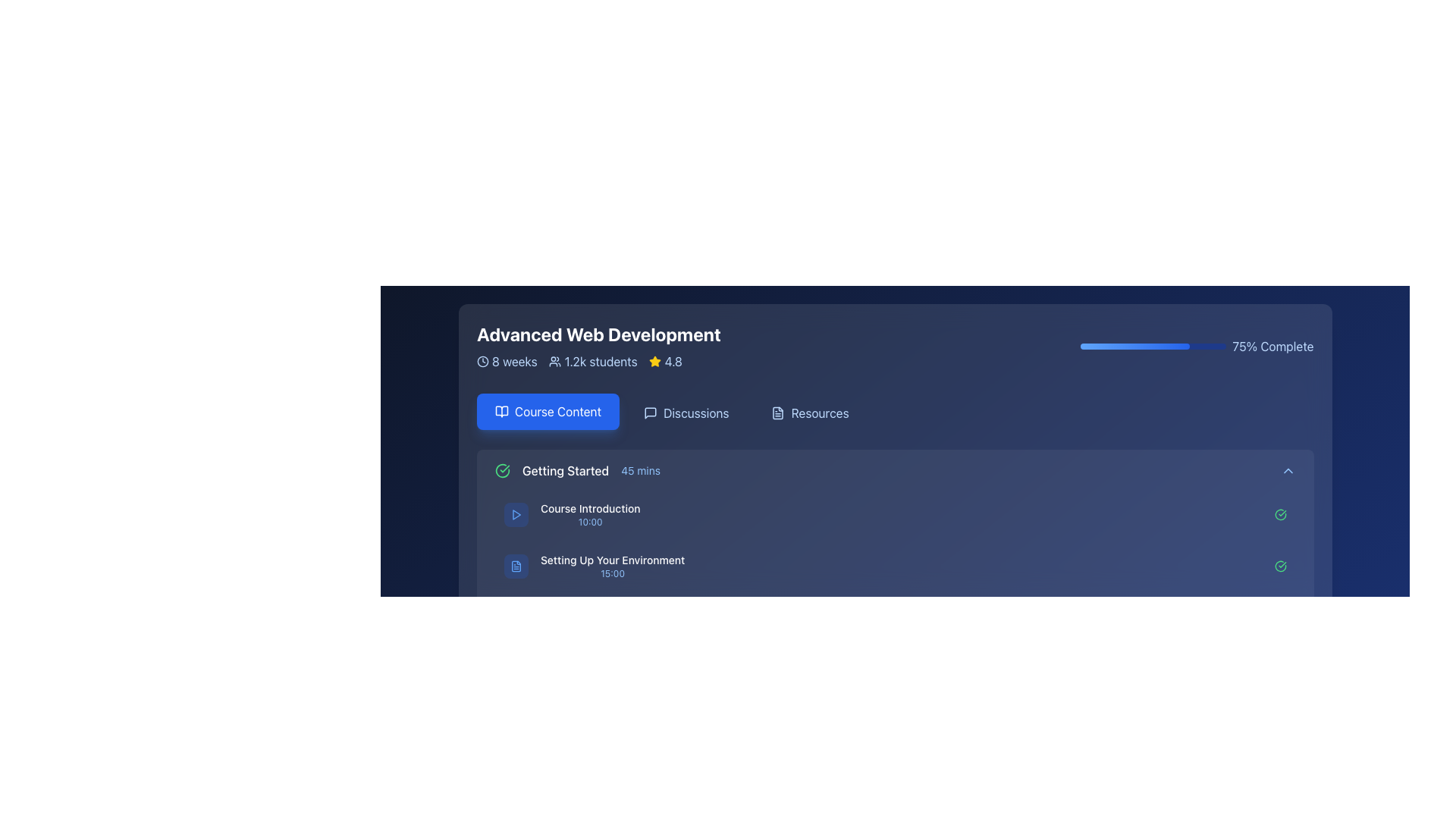 Image resolution: width=1456 pixels, height=819 pixels. I want to click on the SVG play button icon, which is a triangular shape pointing to the right with a blue color scheme, located to the left of the 'Course Introduction' text in the 'Getting Started' section, so click(516, 513).